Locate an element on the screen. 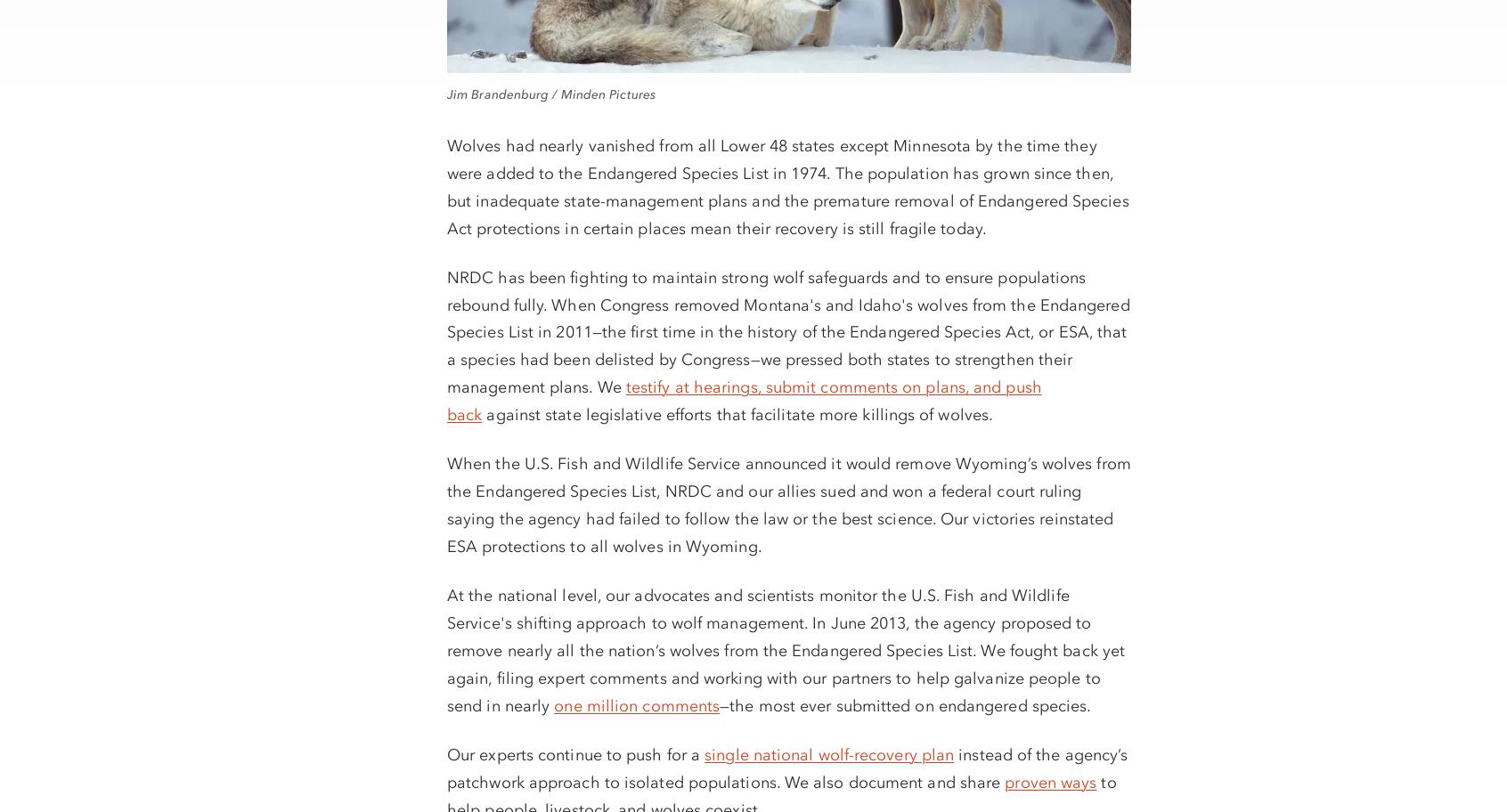 This screenshot has height=812, width=1507. '—the most ever submitted on endangered species.' is located at coordinates (719, 704).